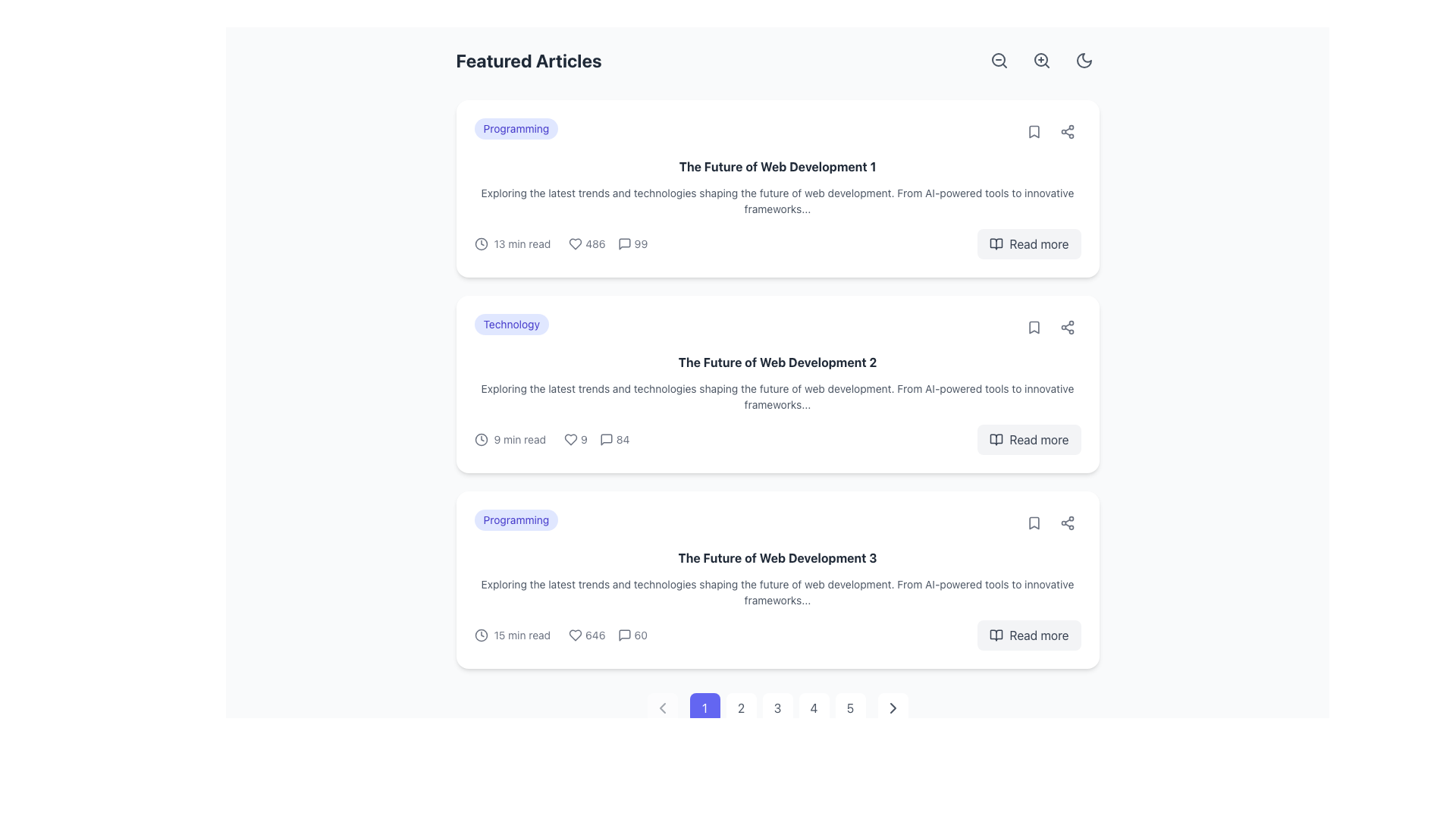 The height and width of the screenshot is (819, 1456). I want to click on the navigational text label or hyperlink located in the bottom-right corner of the third article in the main content area, so click(1038, 635).